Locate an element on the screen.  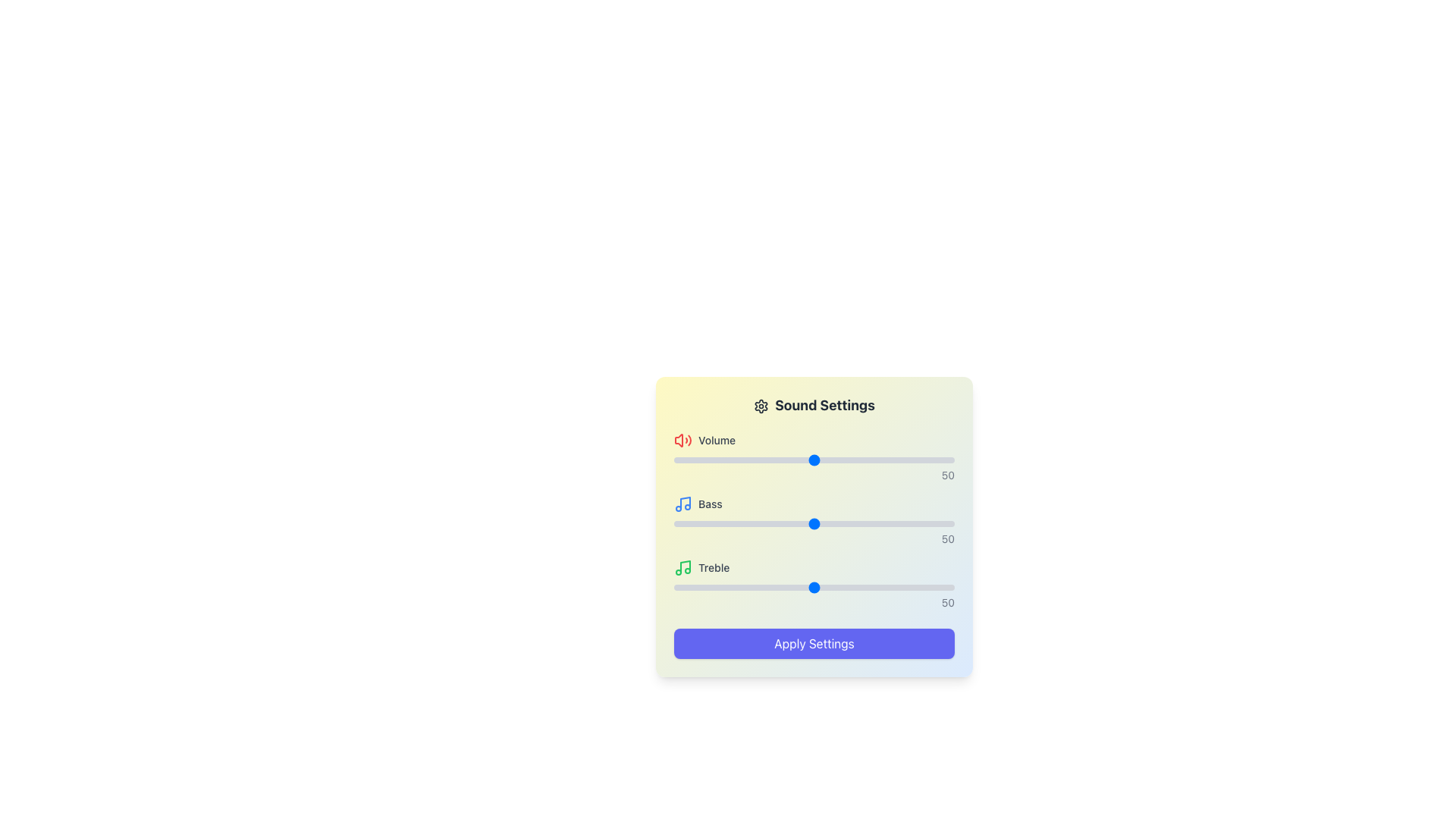
the text label displaying 'Volume' with a gray font, which is positioned adjacent to a sound icon in the settings interface is located at coordinates (716, 441).